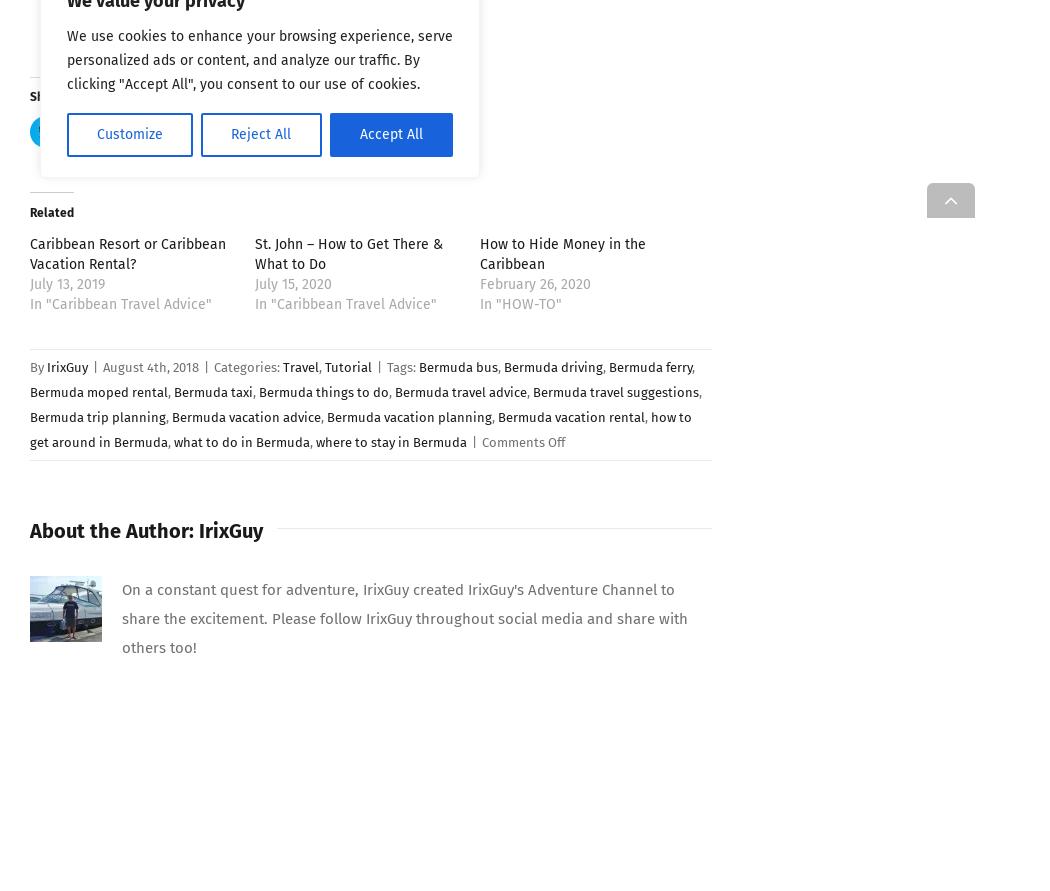 This screenshot has height=891, width=1050. What do you see at coordinates (248, 366) in the screenshot?
I see `'Categories:'` at bounding box center [248, 366].